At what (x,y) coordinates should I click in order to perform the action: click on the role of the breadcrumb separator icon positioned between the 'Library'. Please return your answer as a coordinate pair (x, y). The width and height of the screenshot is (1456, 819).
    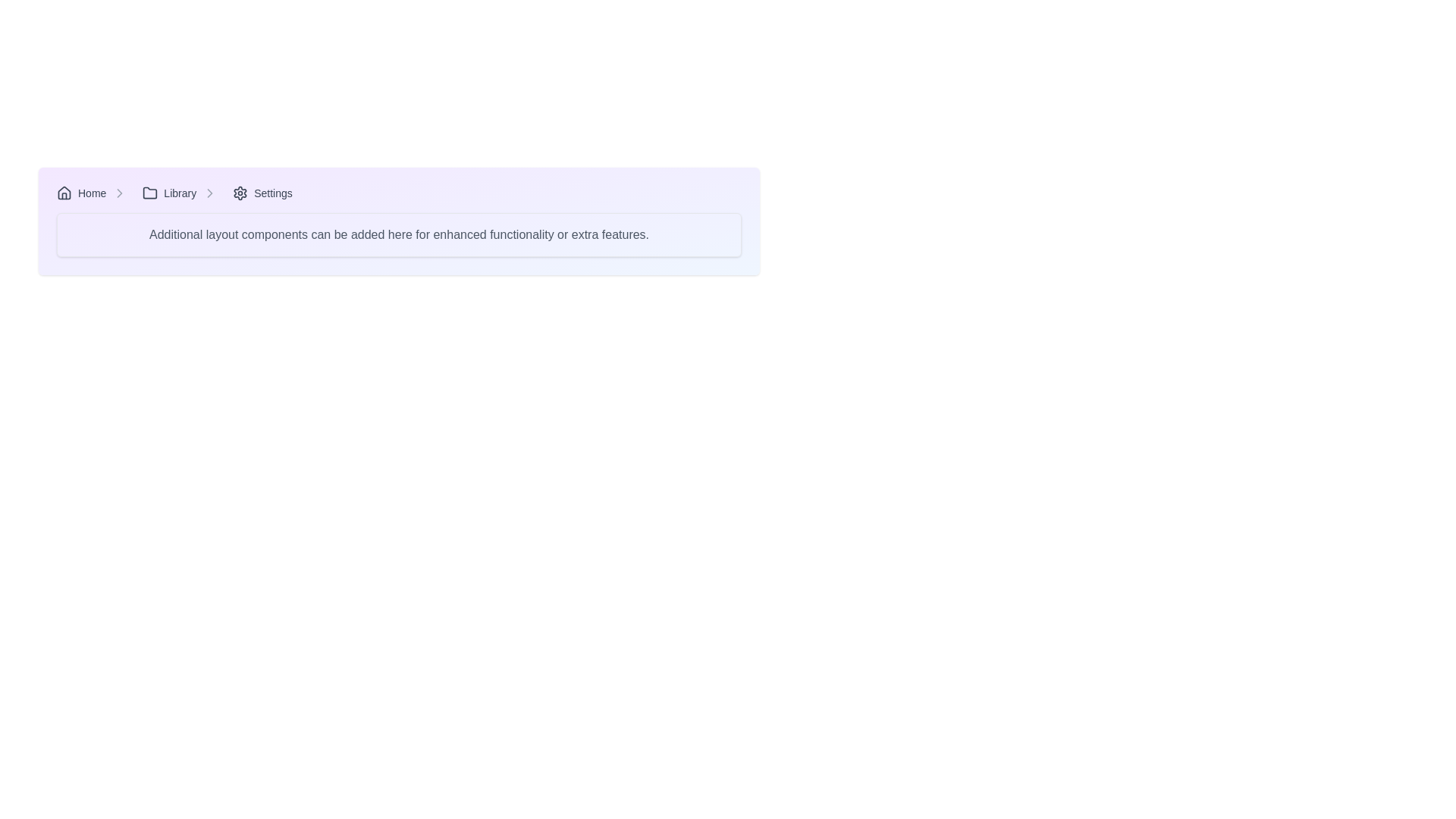
    Looking at the image, I should click on (209, 192).